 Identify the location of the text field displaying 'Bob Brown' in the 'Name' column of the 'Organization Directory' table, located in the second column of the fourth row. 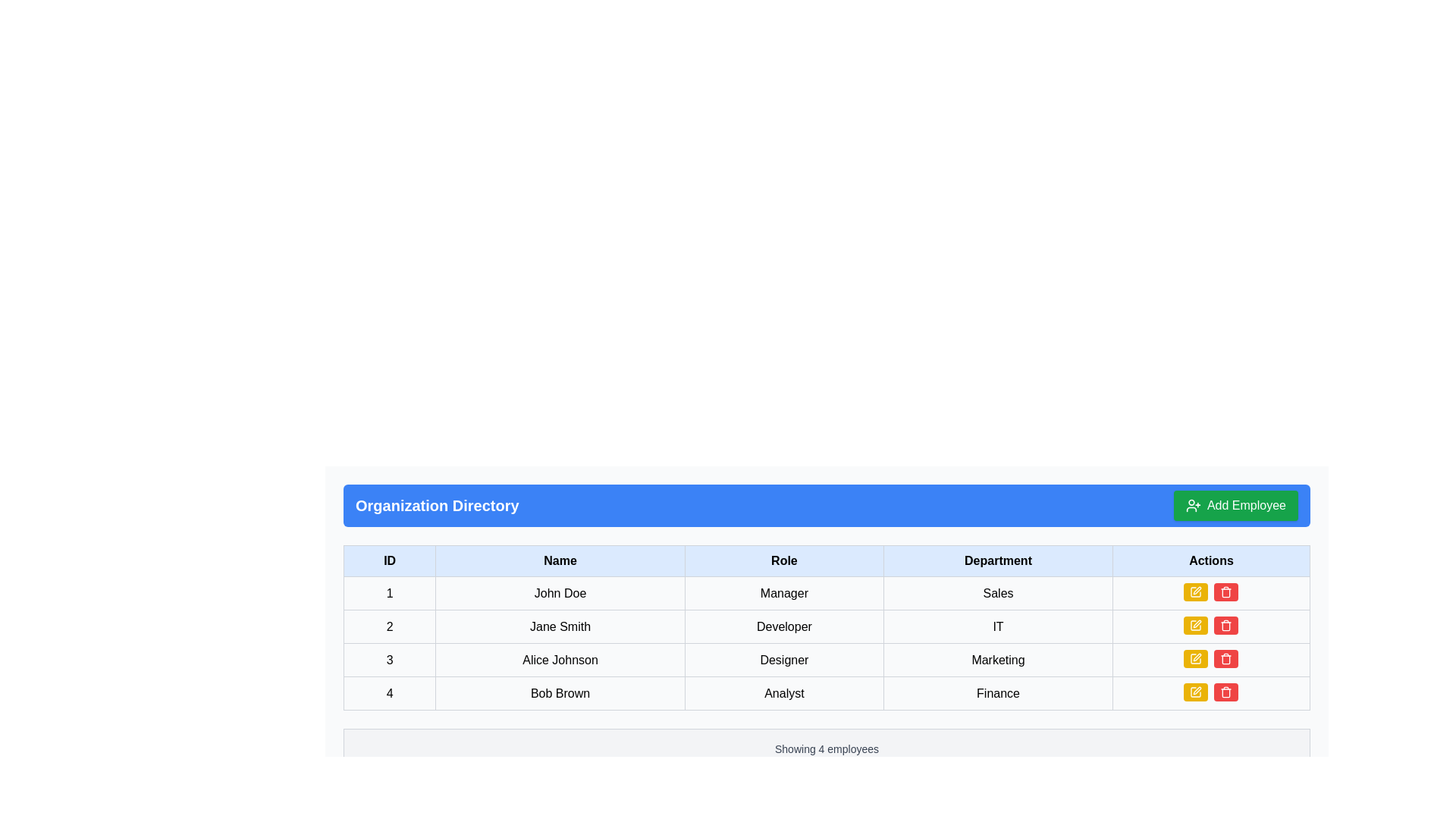
(560, 693).